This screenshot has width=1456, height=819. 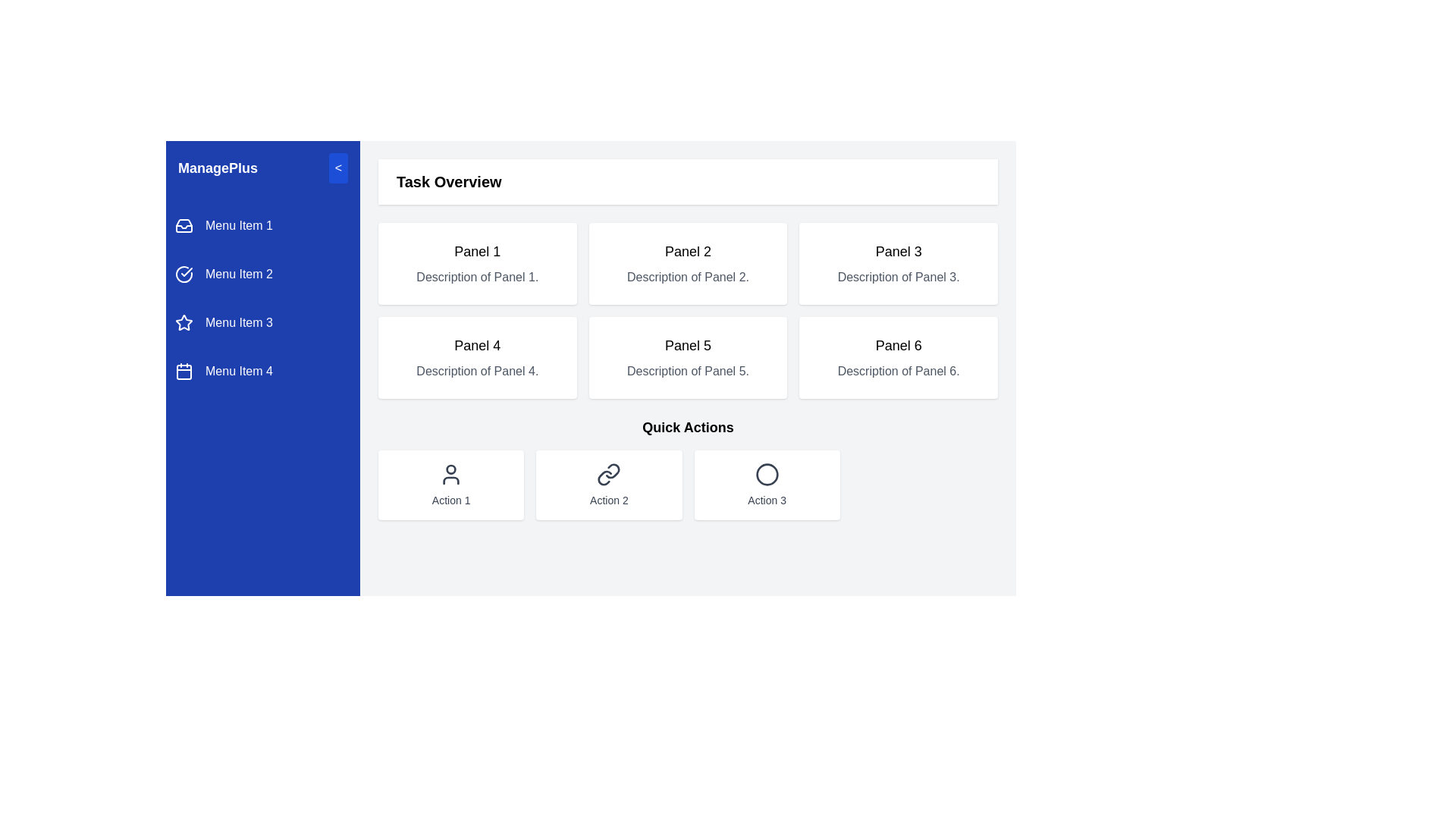 What do you see at coordinates (899, 250) in the screenshot?
I see `the Text label that serves as the title for the associated panel in the third column of the top row under the 'Task Overview' section` at bounding box center [899, 250].